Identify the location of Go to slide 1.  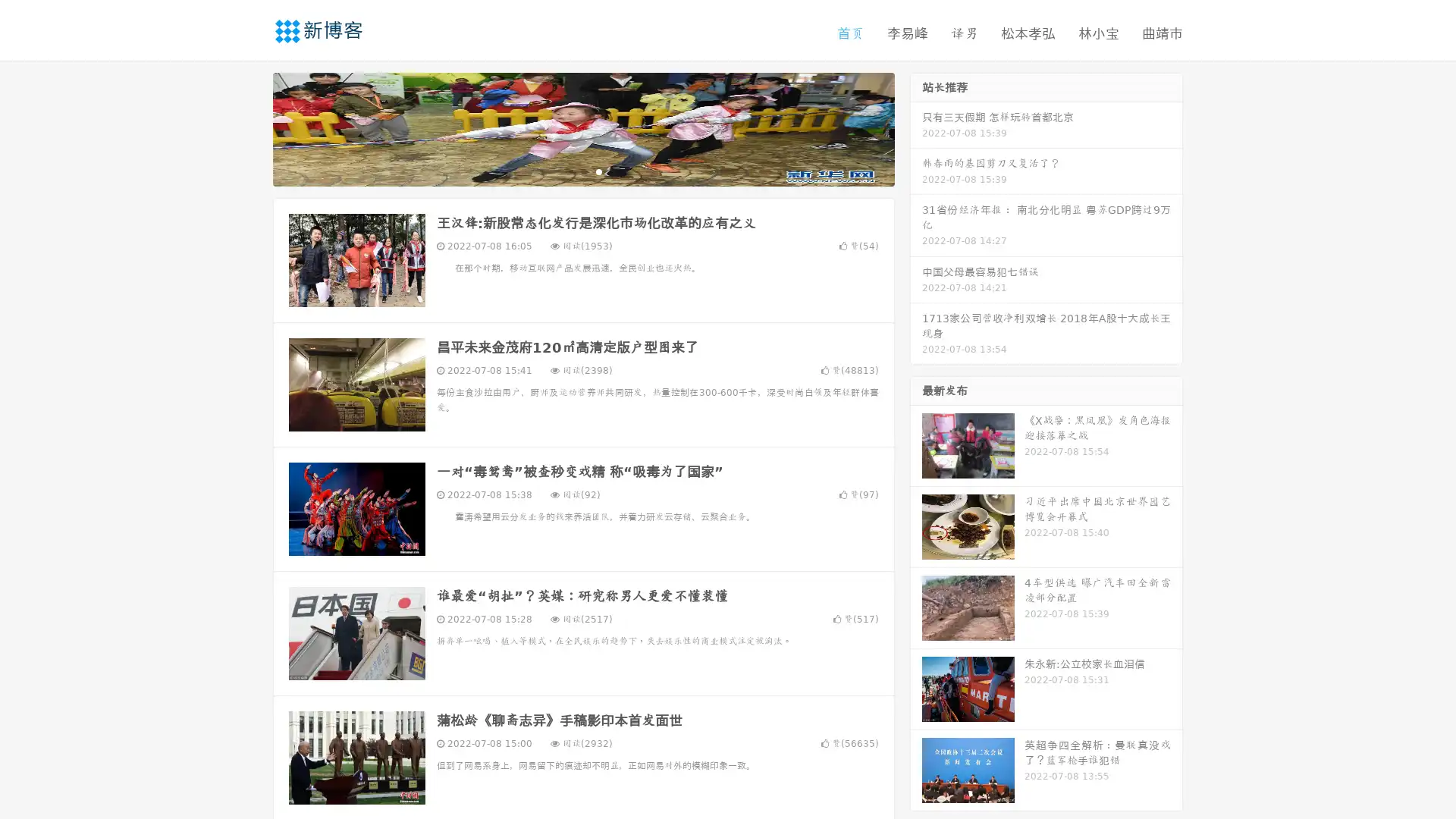
(567, 171).